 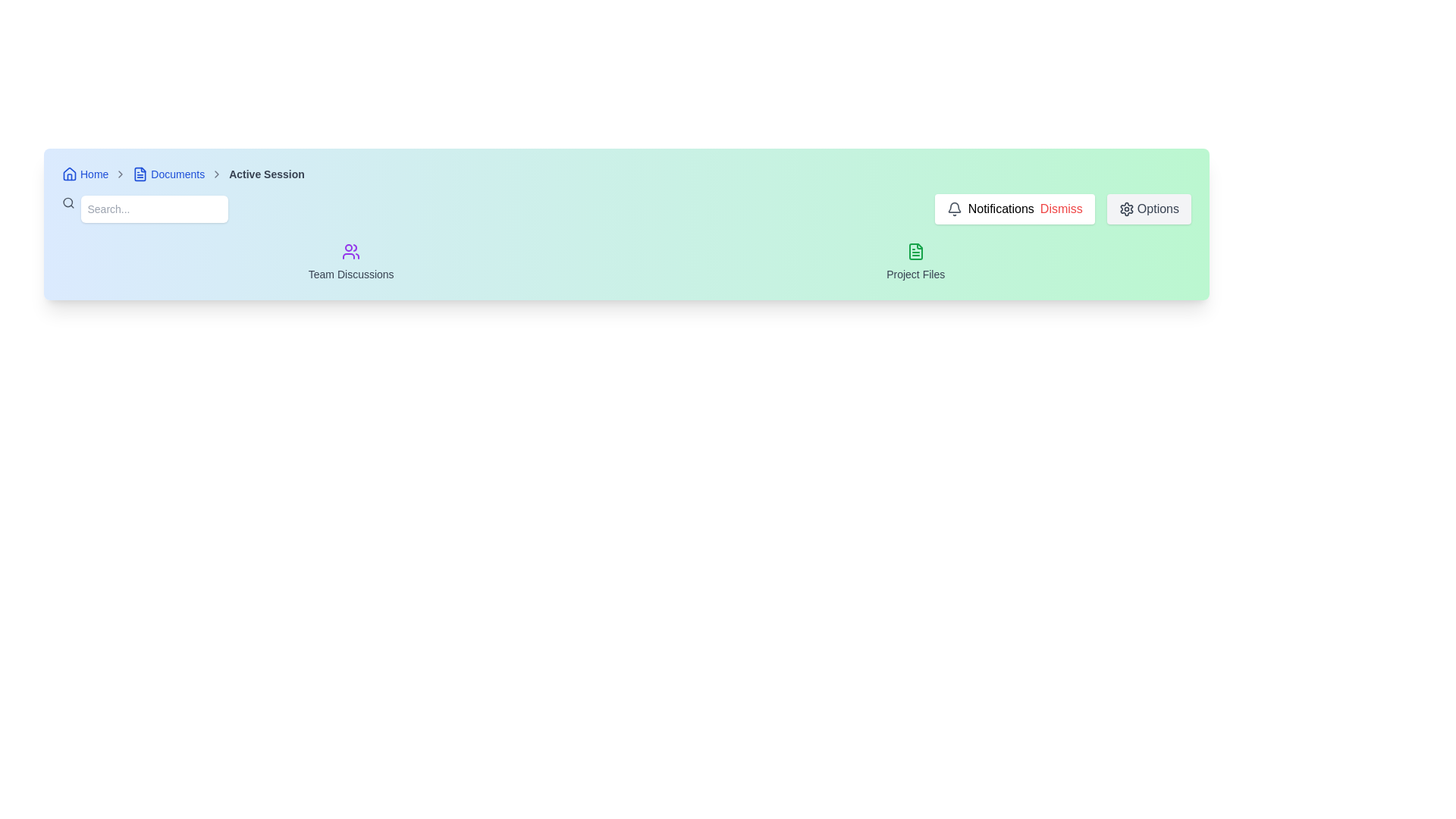 What do you see at coordinates (1149, 209) in the screenshot?
I see `the settings button located at the rightmost end of the button row, which opens additional settings or options related to the interface` at bounding box center [1149, 209].